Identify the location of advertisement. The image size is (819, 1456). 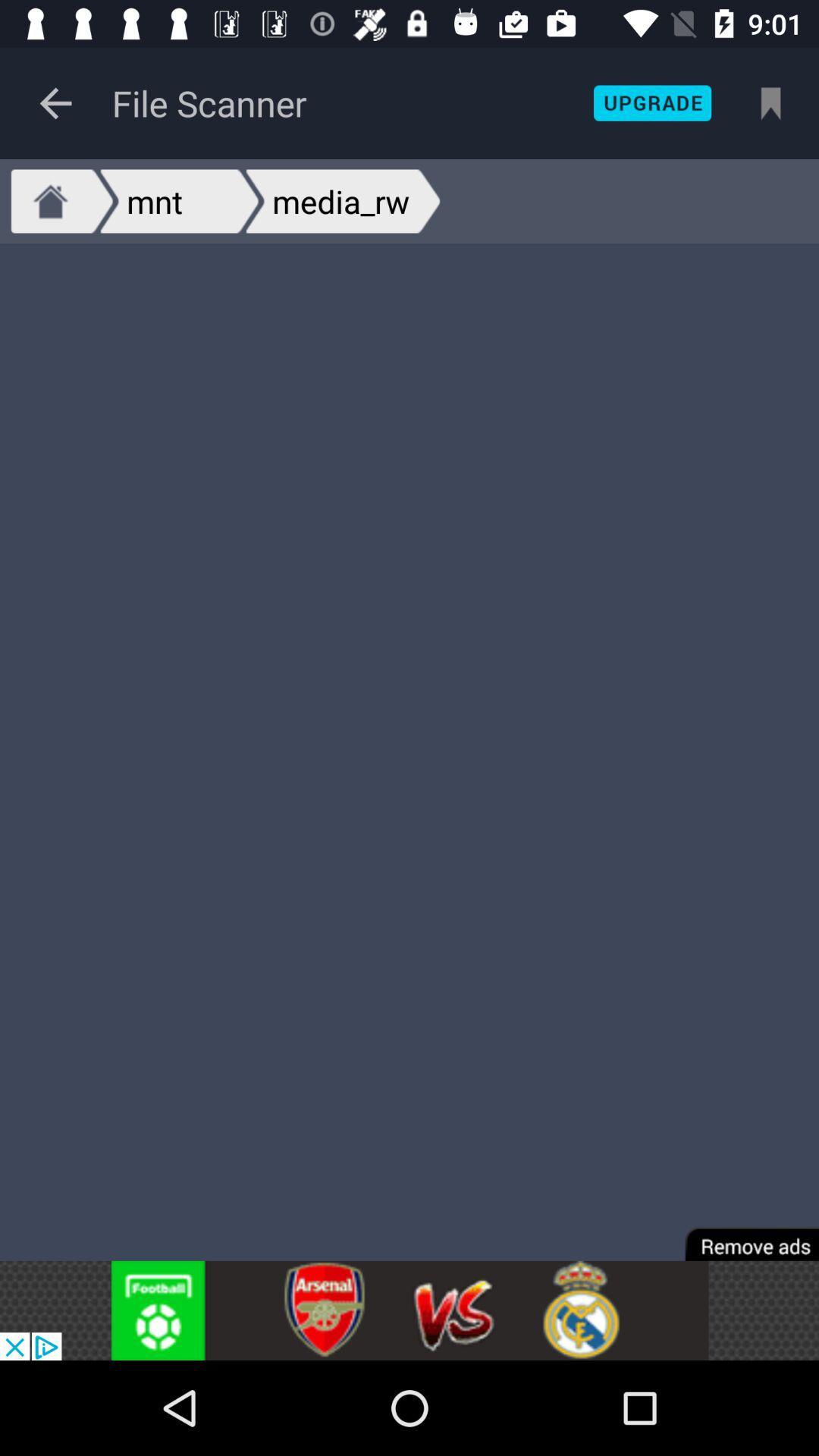
(409, 1310).